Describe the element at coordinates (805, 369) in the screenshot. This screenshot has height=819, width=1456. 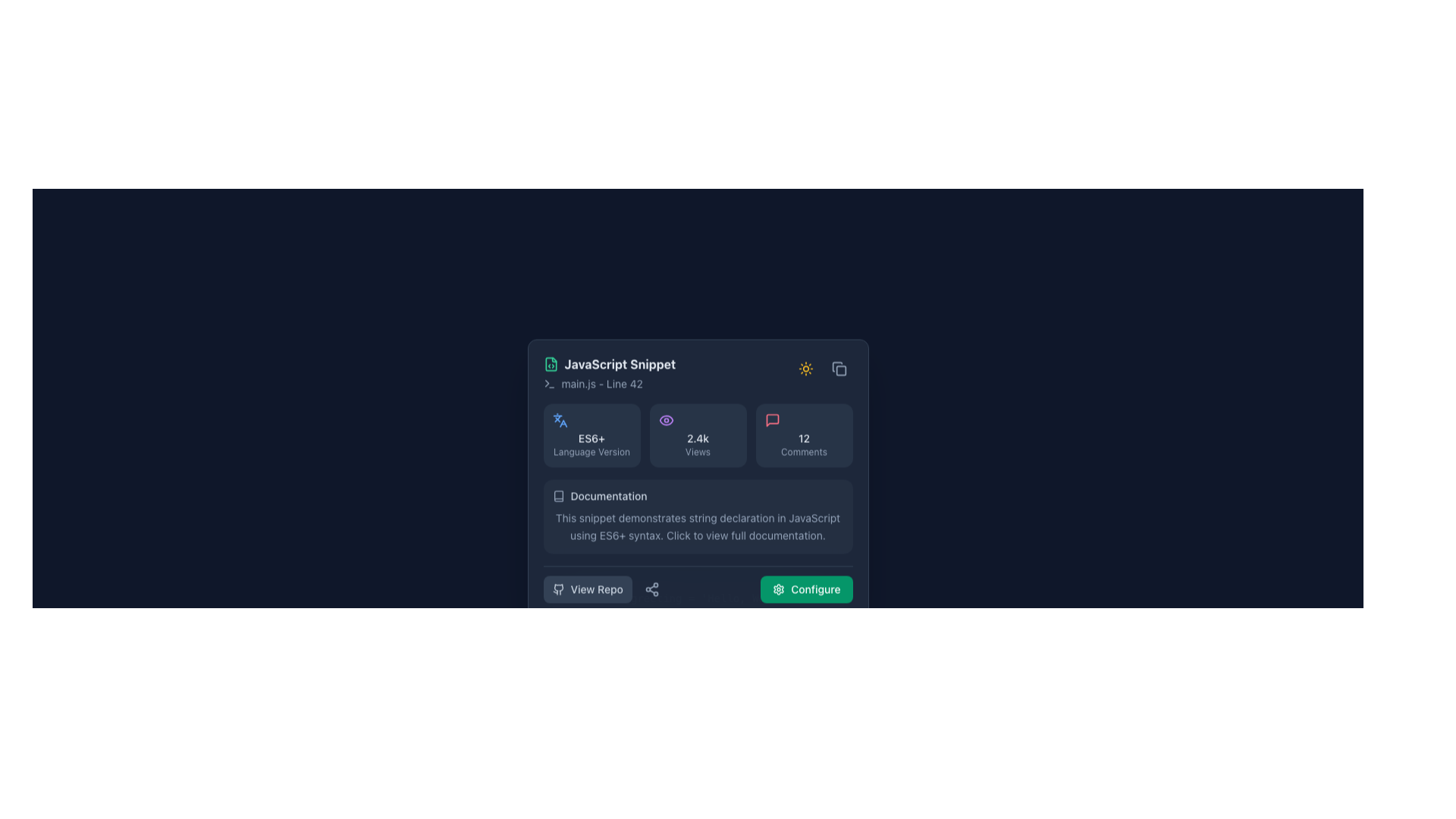
I see `the icon button located at the far right of the card displaying 'JavaScript Snippet'` at that location.